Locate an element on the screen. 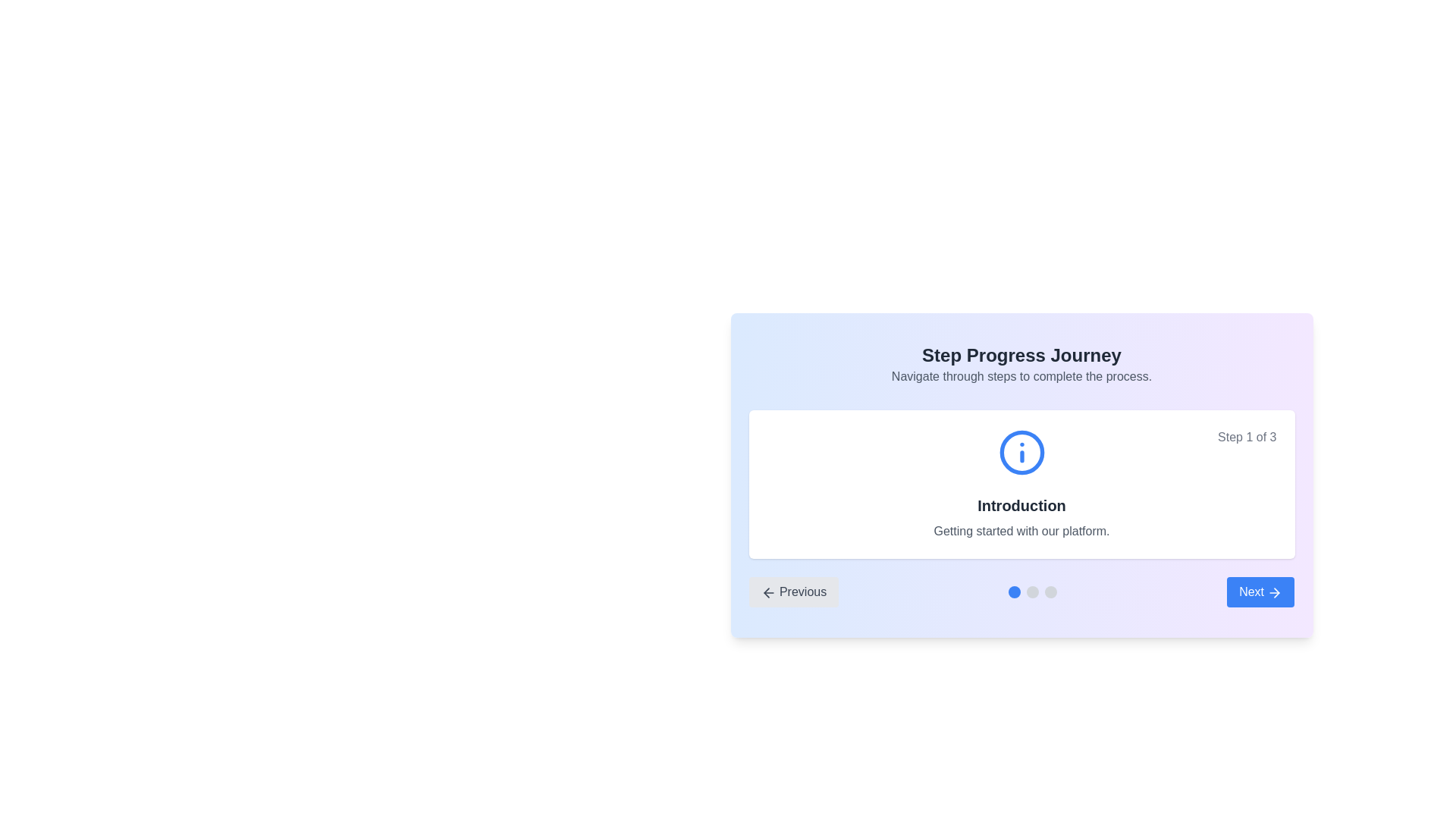 The width and height of the screenshot is (1456, 819). the arrow icon located within the 'Next' button at the bottom-right area of the interactive card is located at coordinates (1274, 591).